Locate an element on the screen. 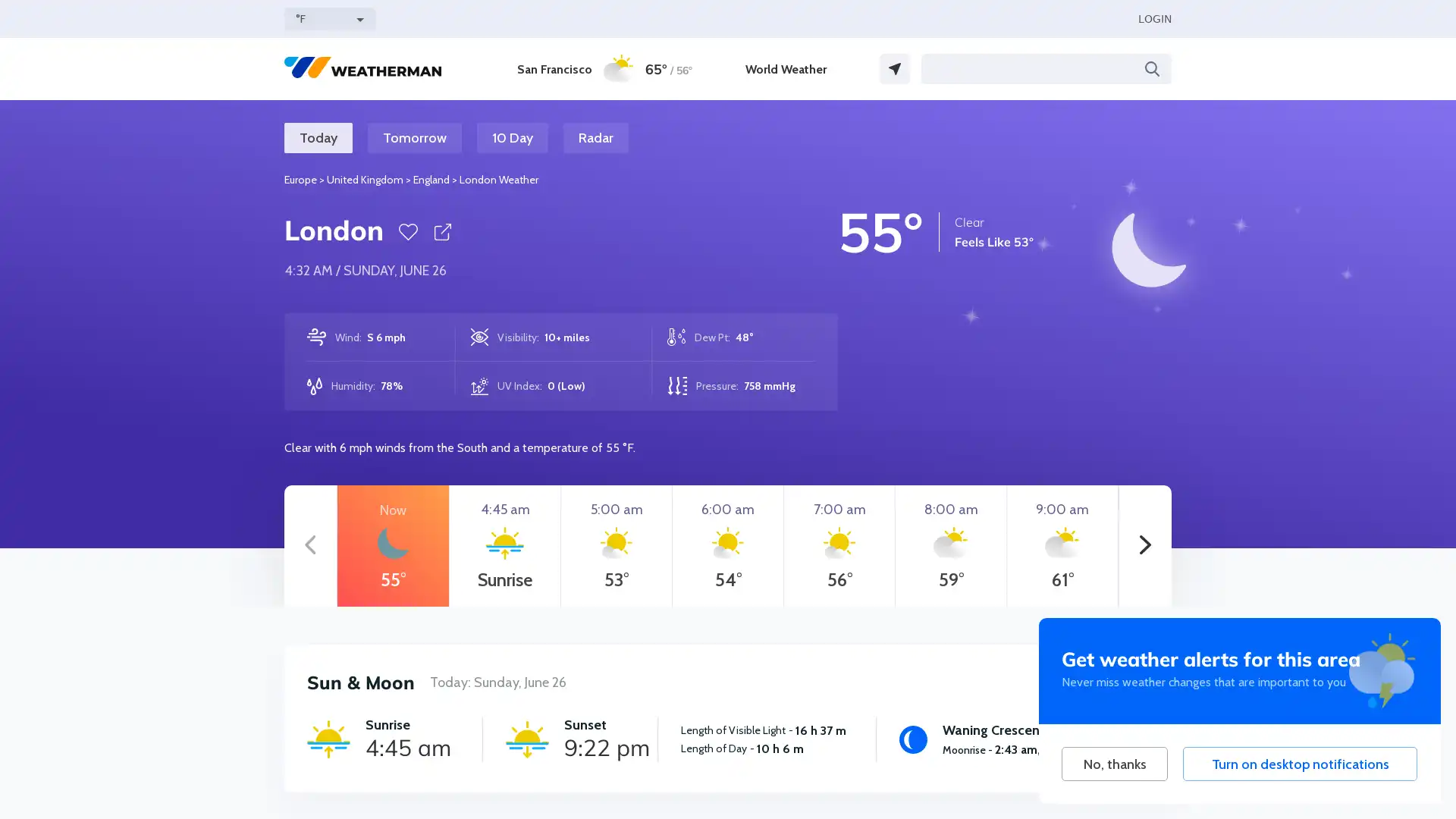  No, thanks is located at coordinates (1114, 764).